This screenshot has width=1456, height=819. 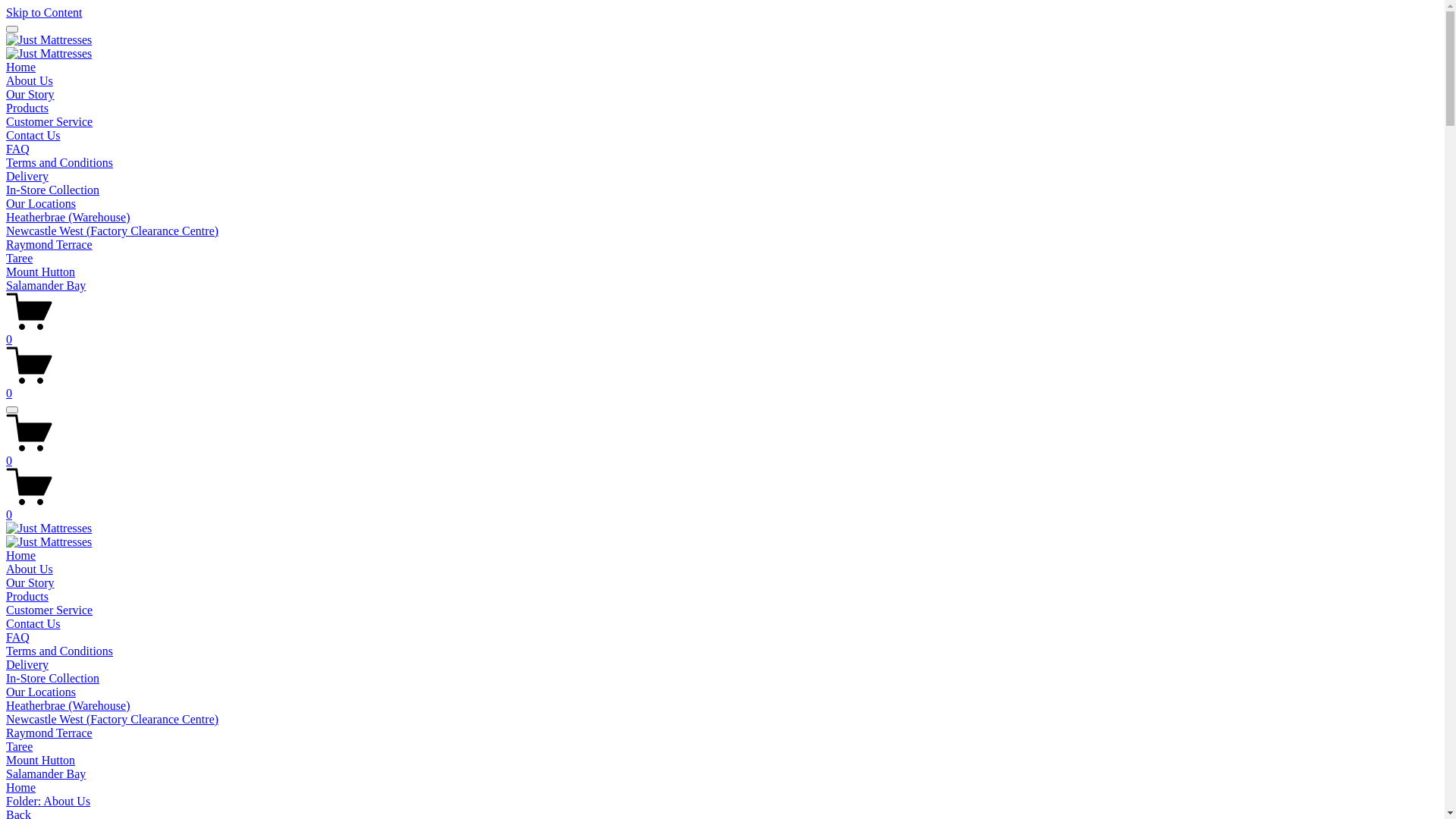 I want to click on 'Skip to Content', so click(x=43, y=12).